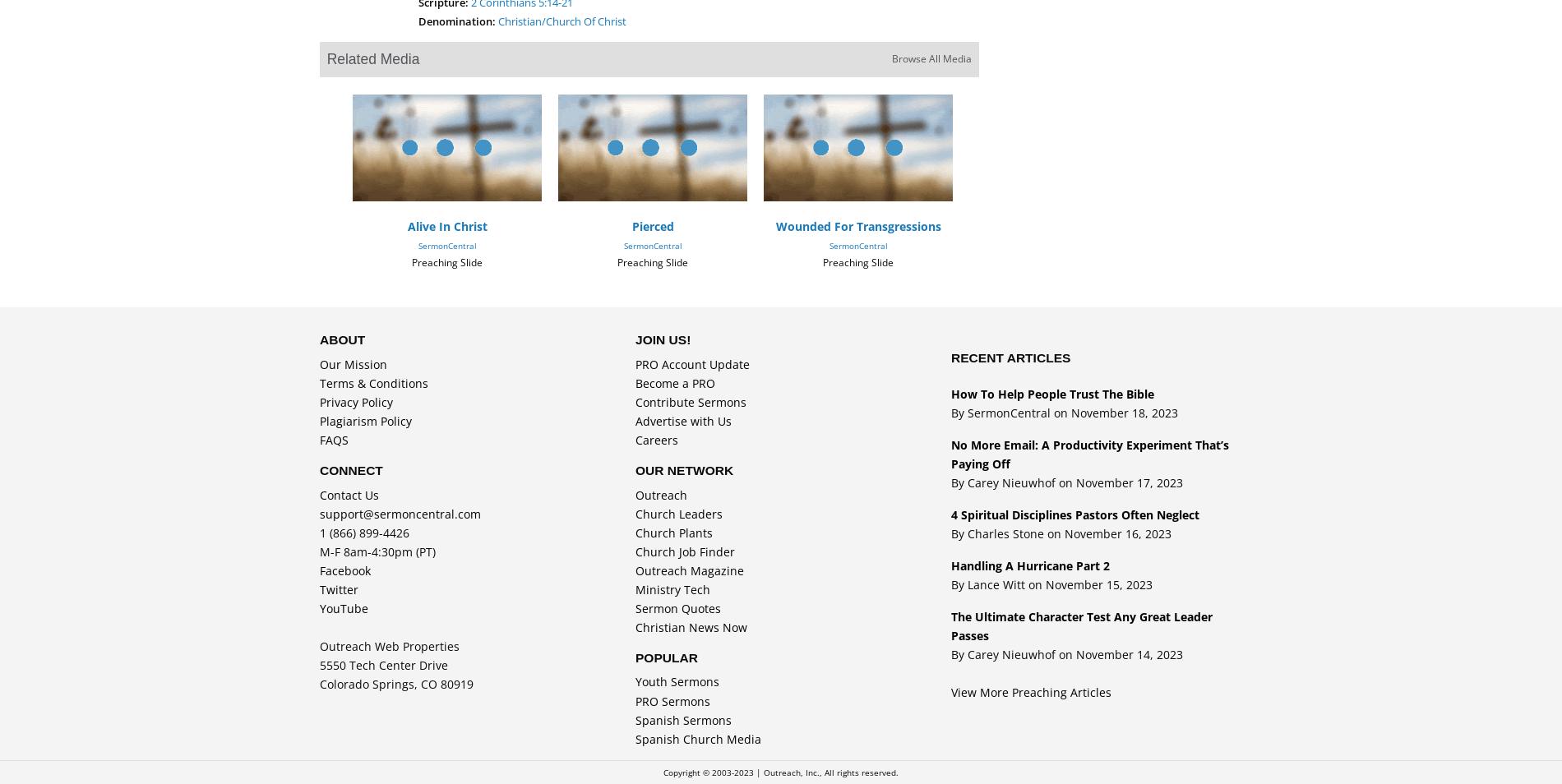  I want to click on '4 Spiritual Disciplines Pastors Often Neglect', so click(1074, 514).